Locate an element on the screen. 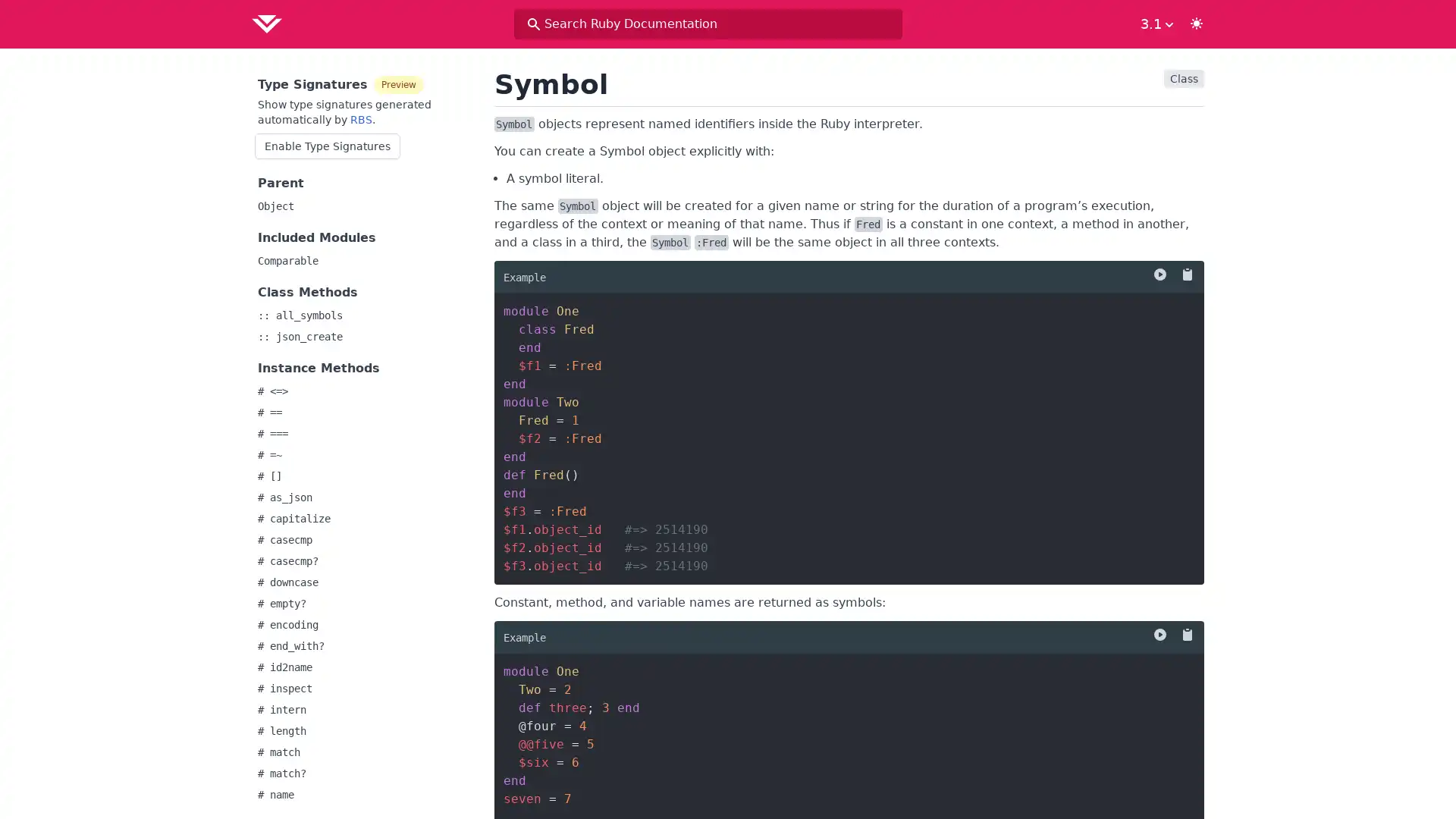 This screenshot has width=1456, height=819. Copy to clipboard is located at coordinates (1183, 635).